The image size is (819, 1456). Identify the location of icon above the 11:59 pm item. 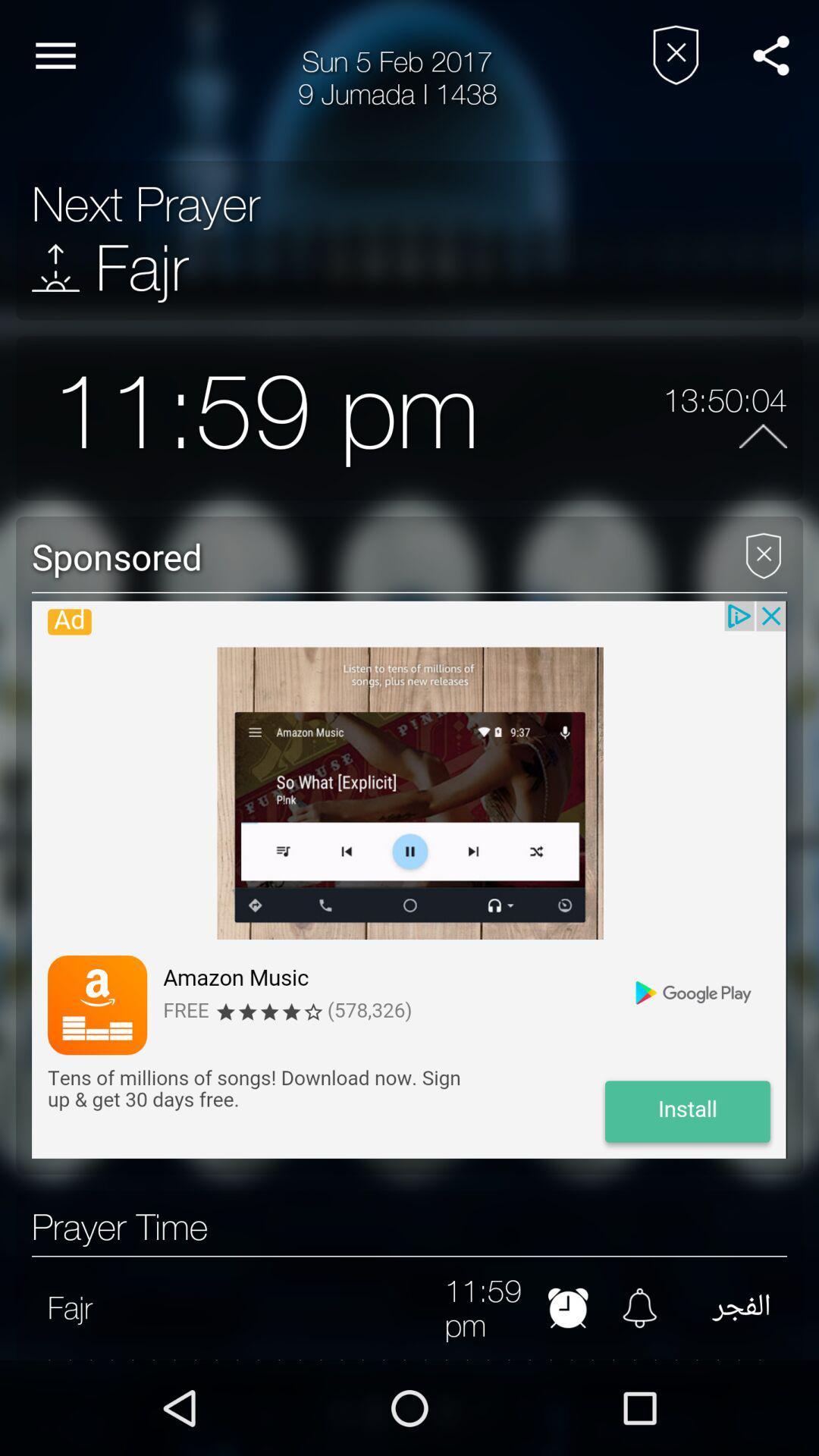
(55, 268).